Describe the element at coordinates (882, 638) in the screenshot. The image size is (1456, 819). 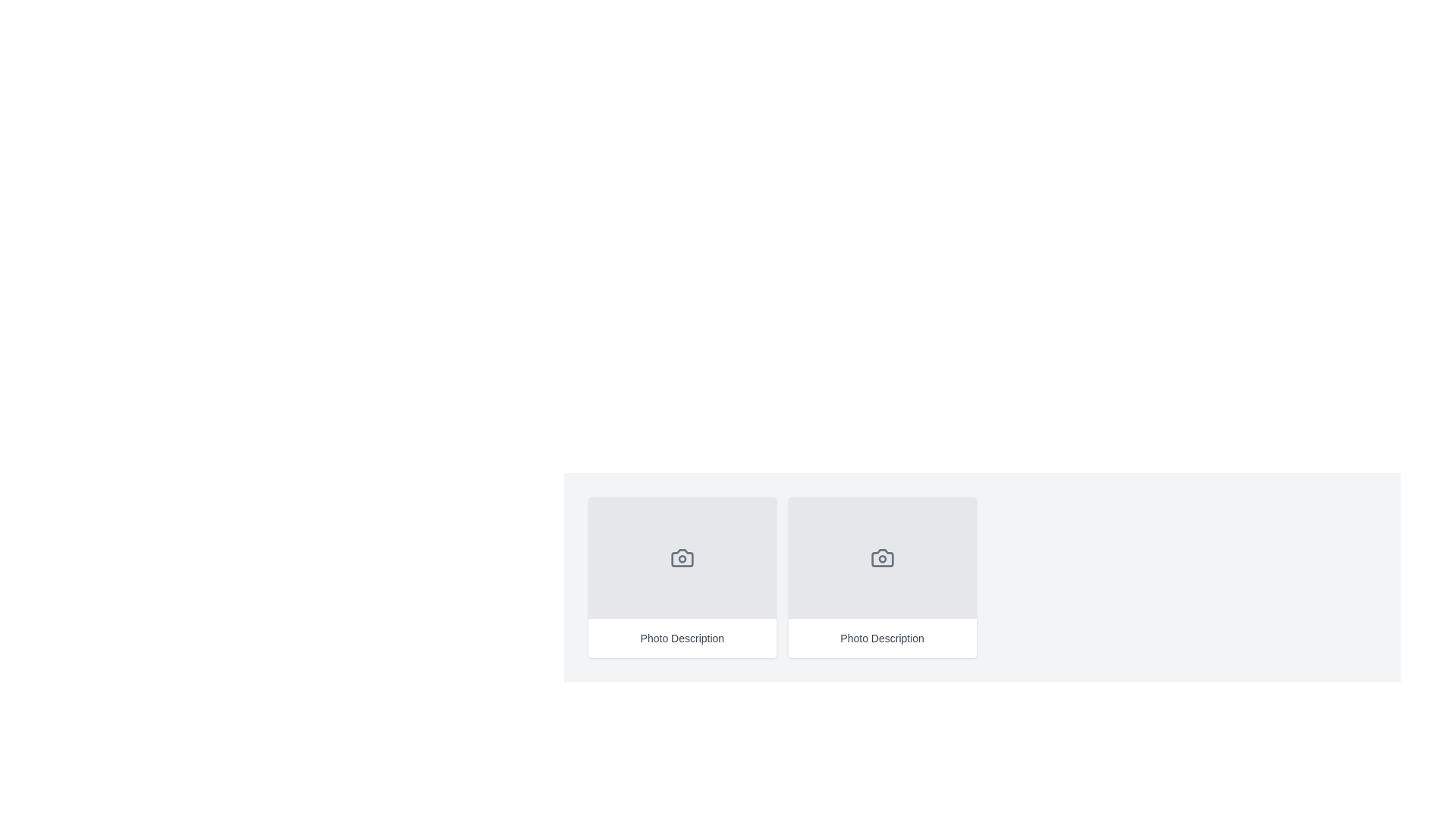
I see `the text label displaying 'Photo Description' in a smaller, gray font located in the footer of the second card in a horizontally aligned card layout` at that location.